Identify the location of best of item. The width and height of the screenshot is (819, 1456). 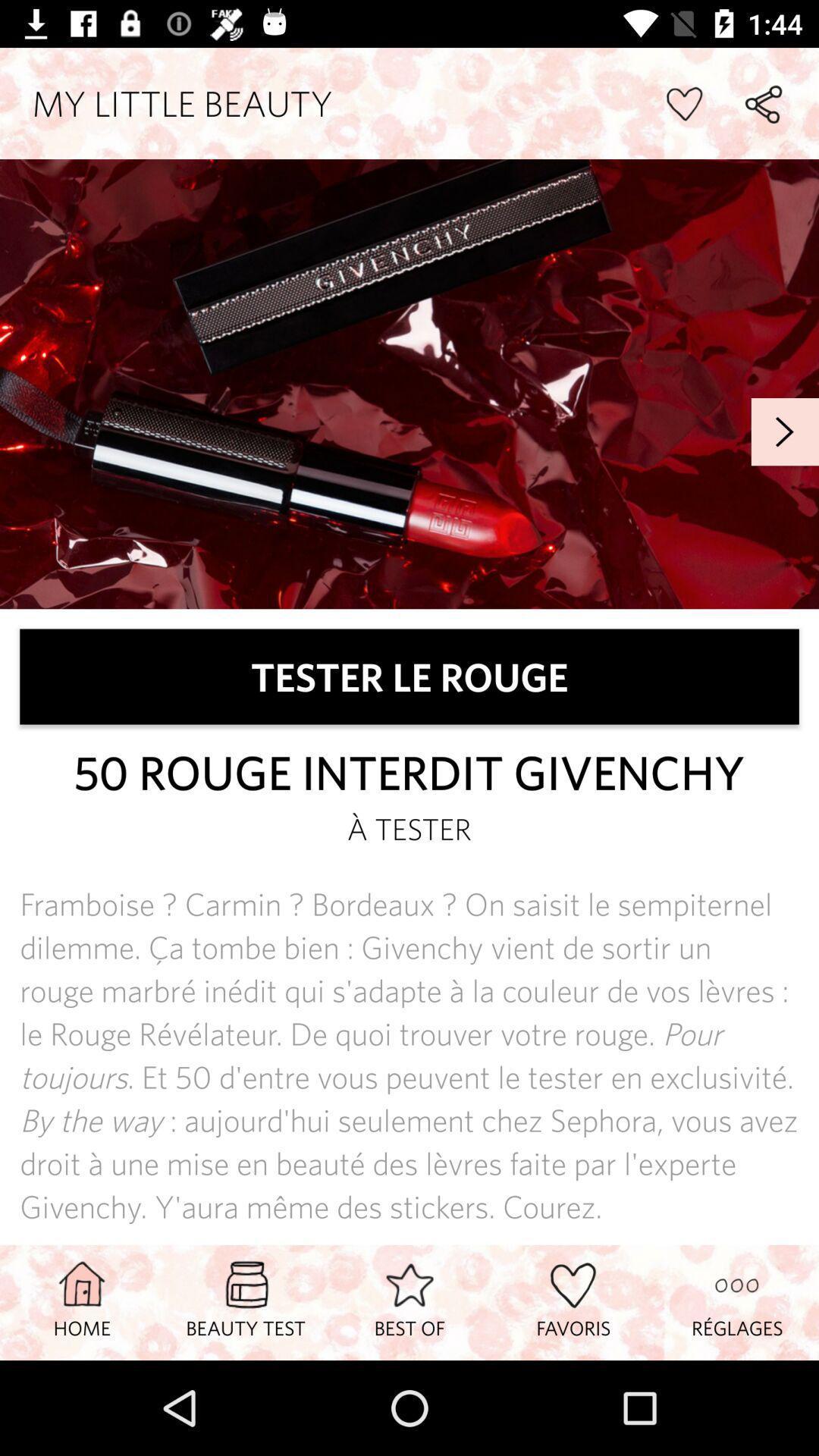
(409, 1301).